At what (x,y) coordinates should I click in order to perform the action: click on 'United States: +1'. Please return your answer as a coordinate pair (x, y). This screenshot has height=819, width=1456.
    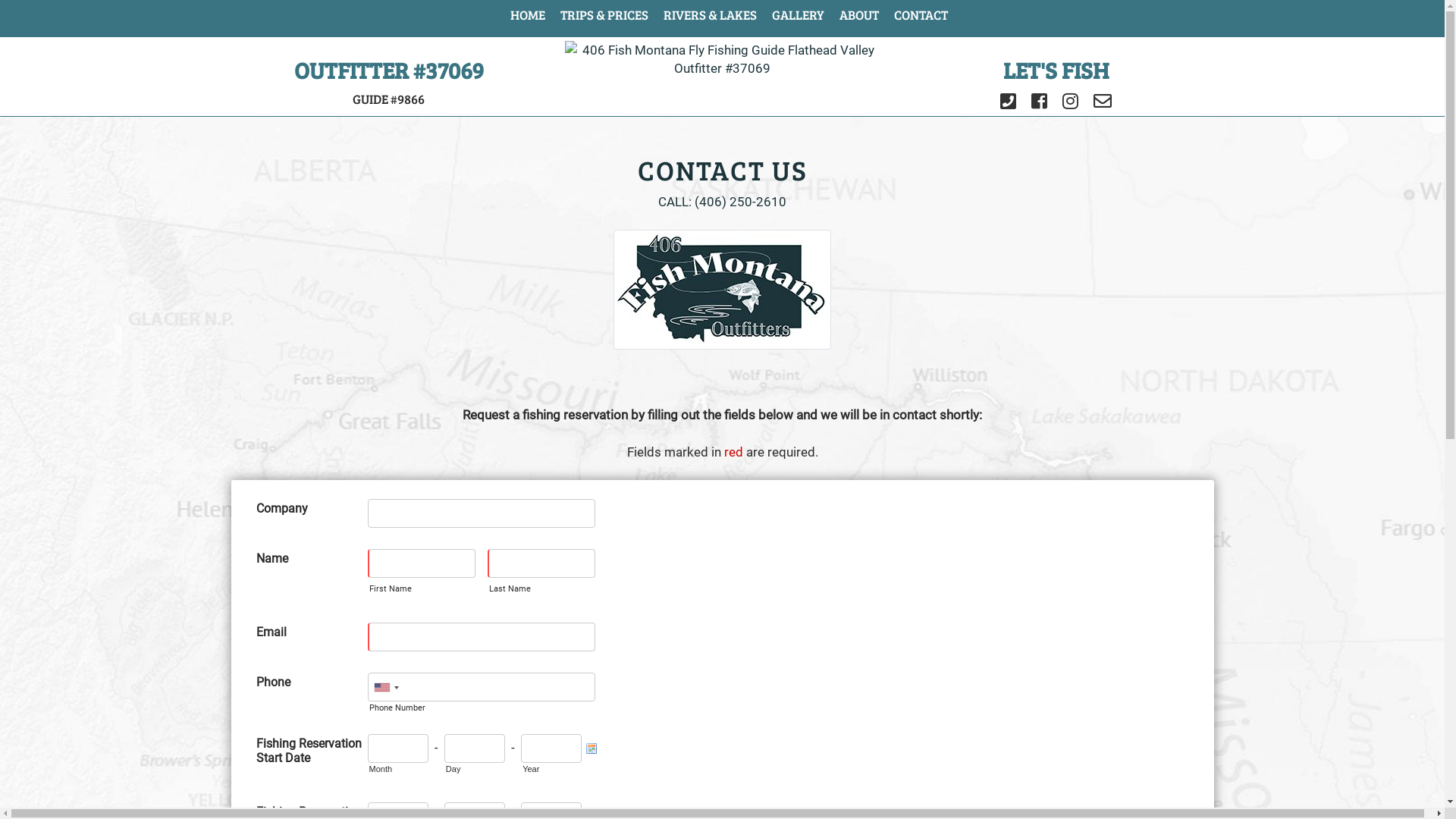
    Looking at the image, I should click on (368, 687).